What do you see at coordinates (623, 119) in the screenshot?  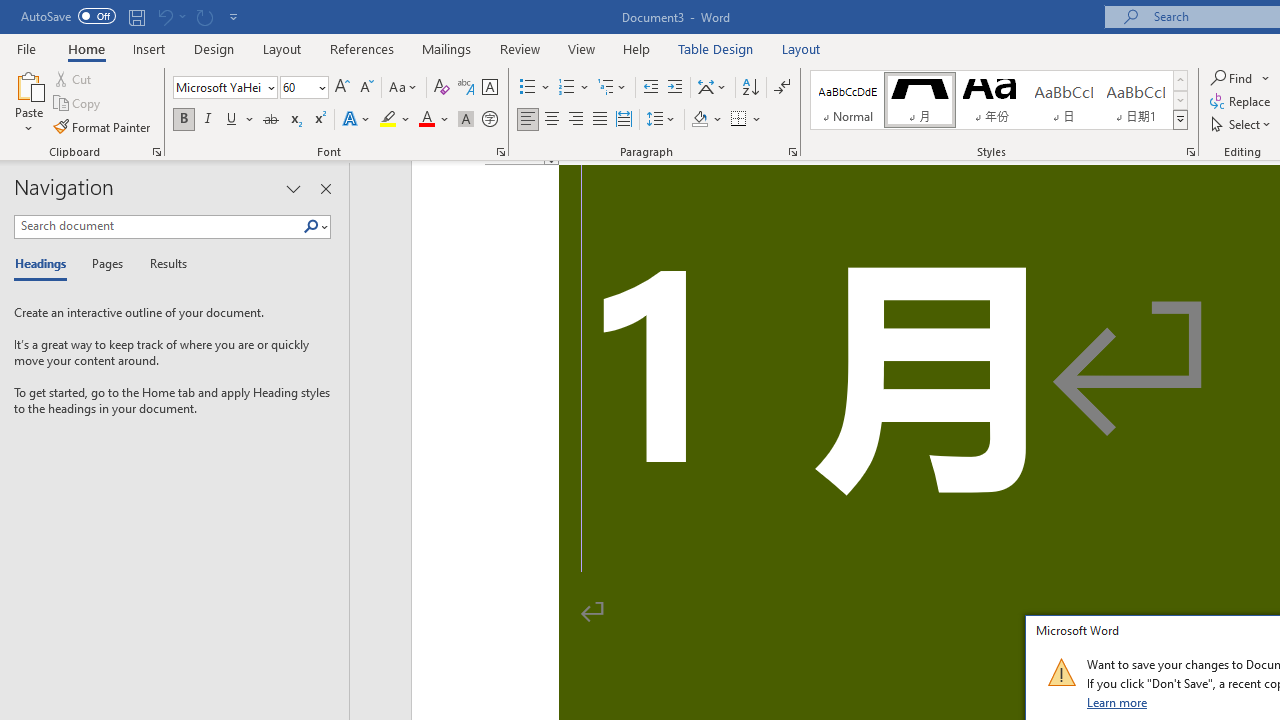 I see `'Distributed'` at bounding box center [623, 119].